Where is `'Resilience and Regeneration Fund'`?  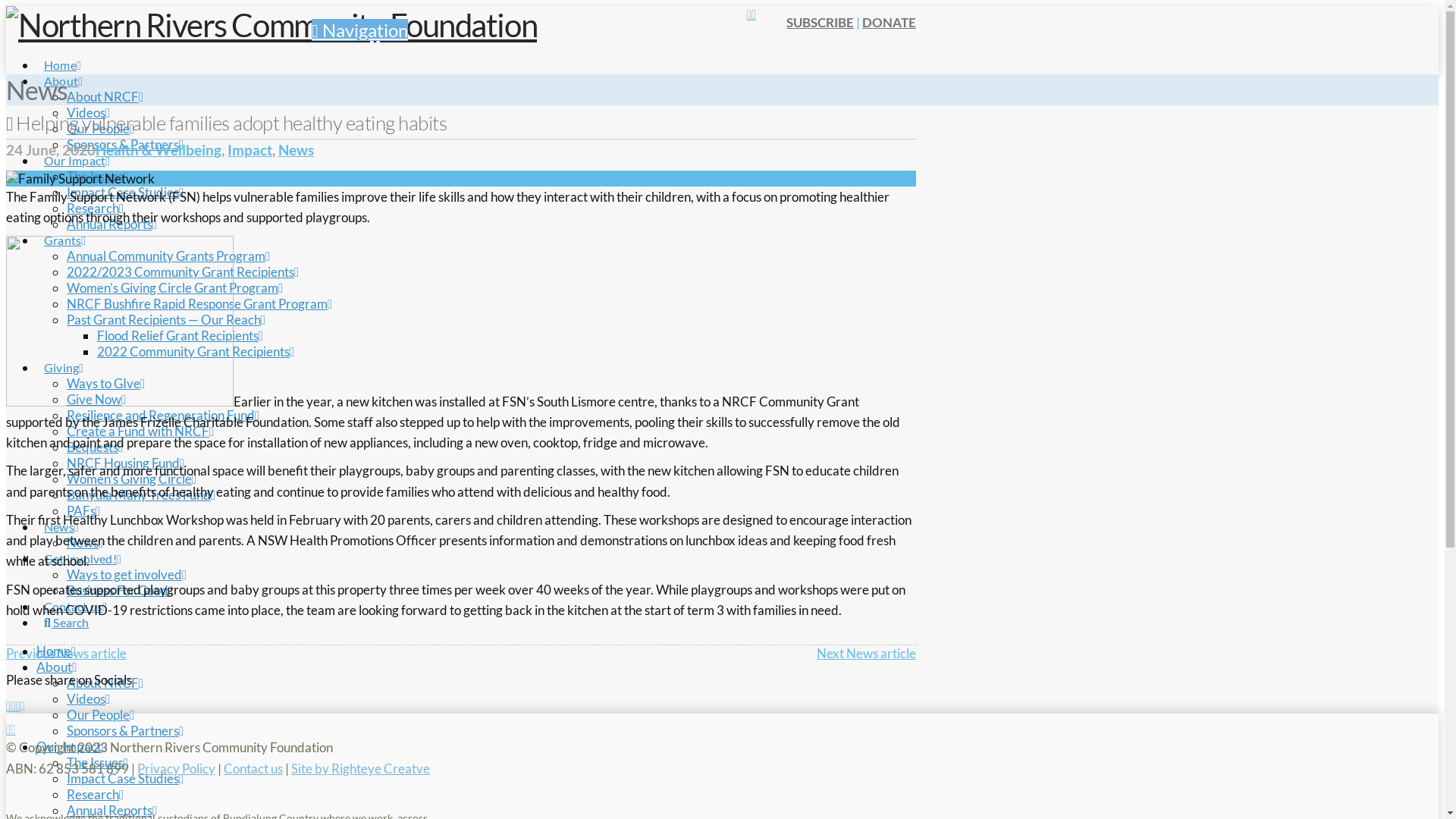
'Resilience and Regeneration Fund' is located at coordinates (163, 415).